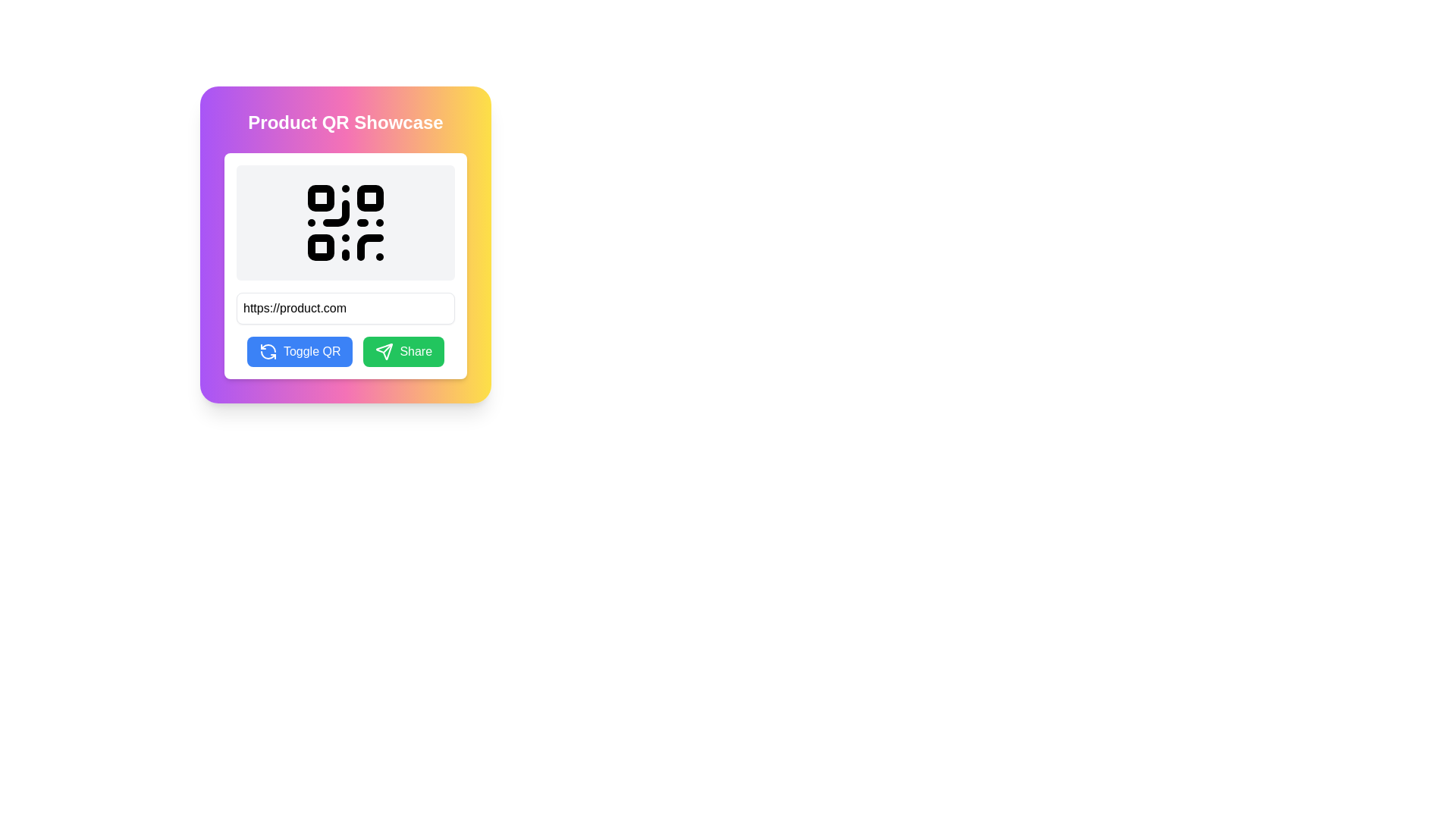 Image resolution: width=1456 pixels, height=819 pixels. What do you see at coordinates (403, 351) in the screenshot?
I see `the 'Share' button` at bounding box center [403, 351].